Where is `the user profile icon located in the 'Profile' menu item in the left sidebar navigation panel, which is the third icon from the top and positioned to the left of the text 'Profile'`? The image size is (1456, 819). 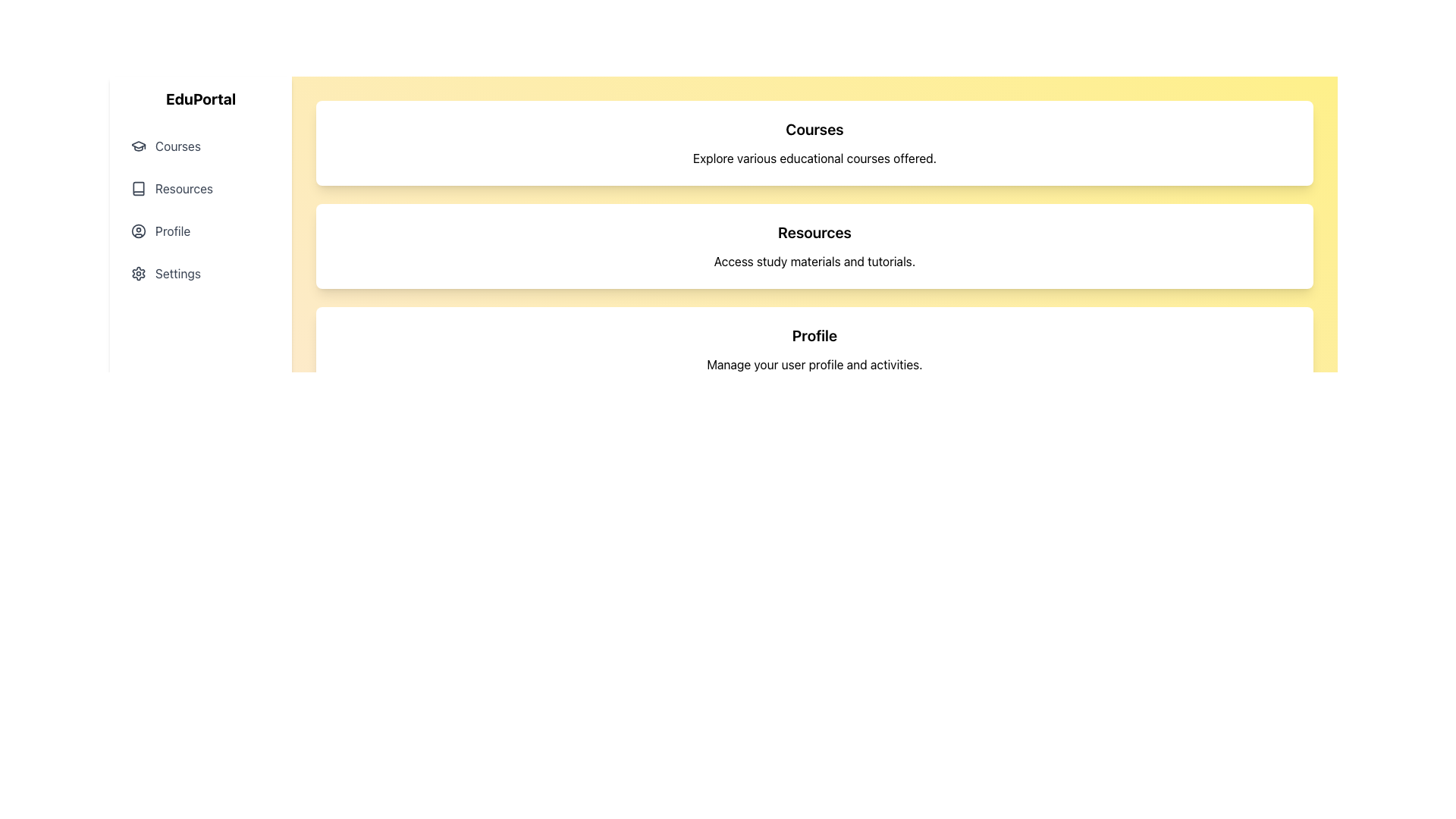 the user profile icon located in the 'Profile' menu item in the left sidebar navigation panel, which is the third icon from the top and positioned to the left of the text 'Profile' is located at coordinates (138, 231).